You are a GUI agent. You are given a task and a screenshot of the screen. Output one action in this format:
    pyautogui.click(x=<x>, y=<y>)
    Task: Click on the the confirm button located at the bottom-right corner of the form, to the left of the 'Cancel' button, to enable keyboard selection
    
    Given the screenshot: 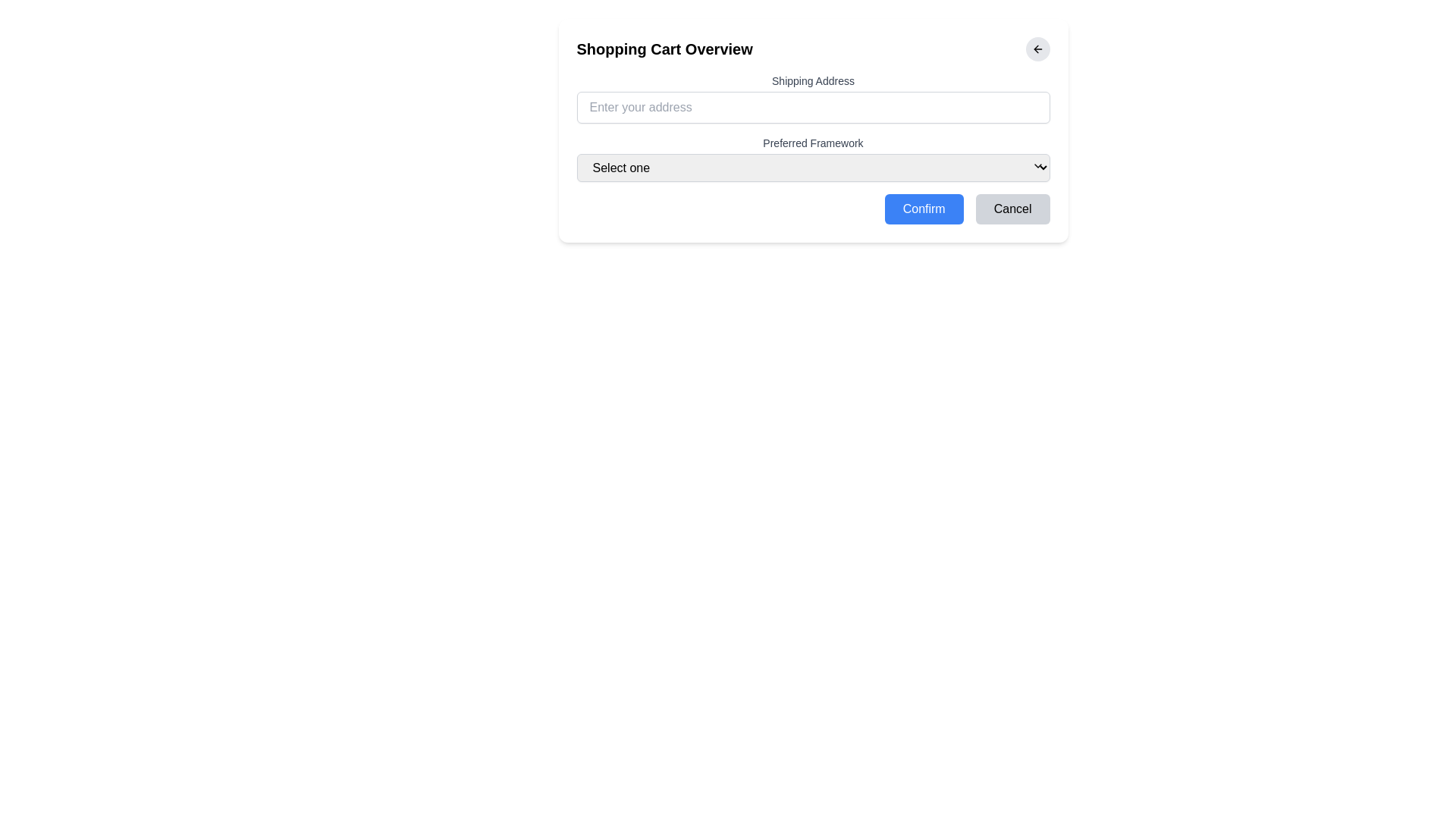 What is the action you would take?
    pyautogui.click(x=923, y=209)
    